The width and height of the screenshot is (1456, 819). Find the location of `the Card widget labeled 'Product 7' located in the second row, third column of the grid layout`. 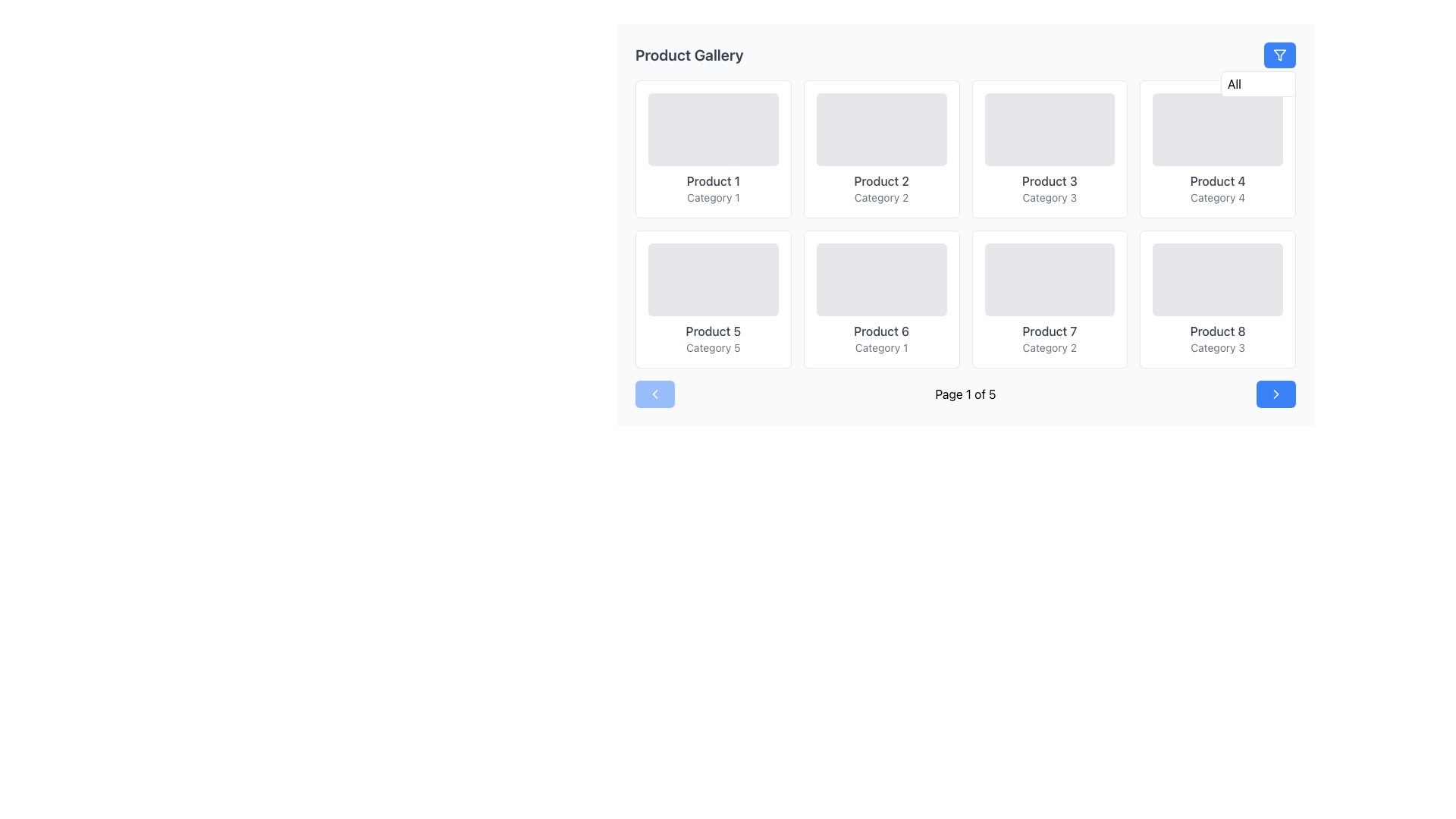

the Card widget labeled 'Product 7' located in the second row, third column of the grid layout is located at coordinates (1049, 299).